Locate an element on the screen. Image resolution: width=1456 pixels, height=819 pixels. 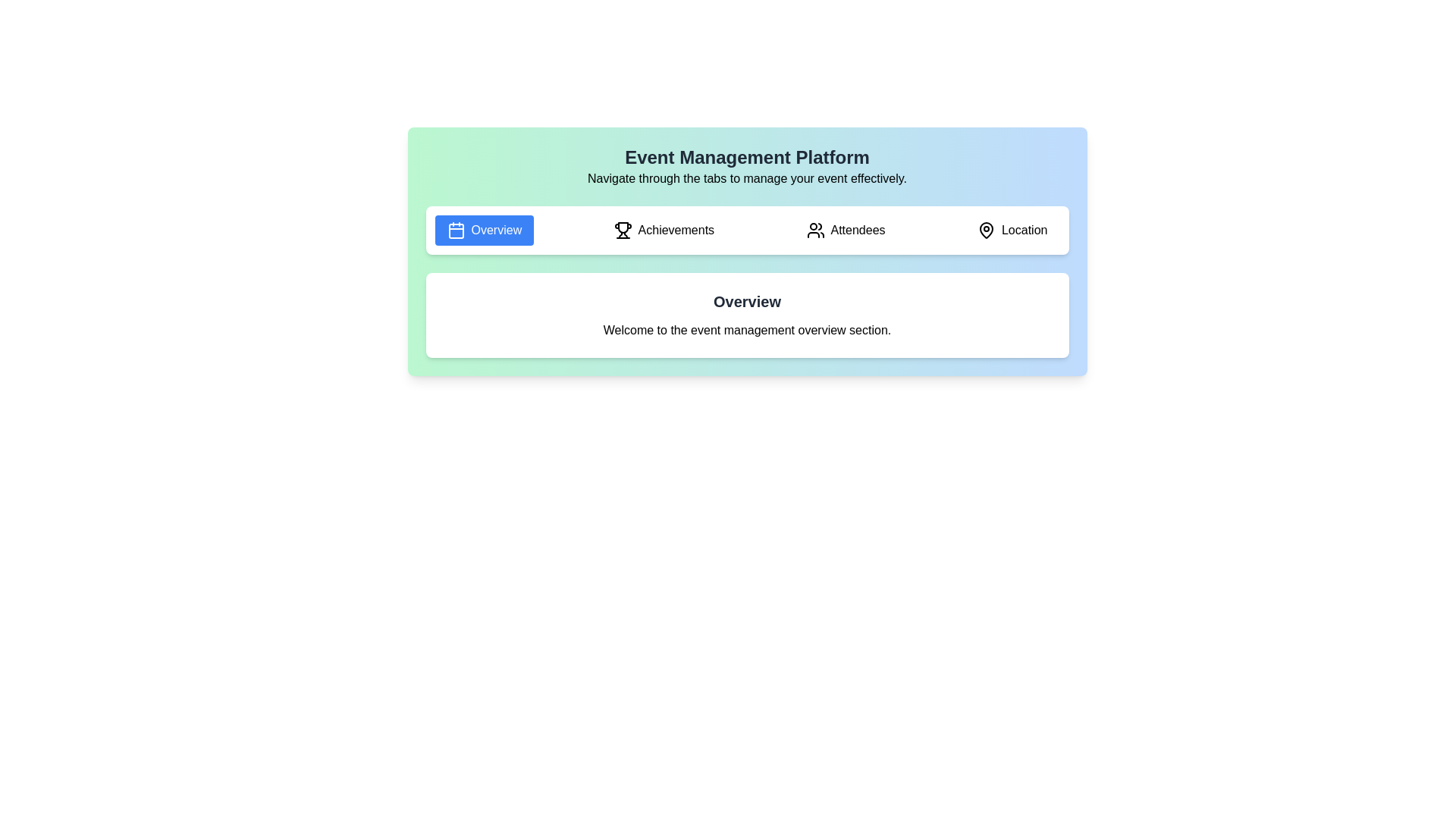
the navigation button located in the top navigation bar, which is the fourth item after 'Overview', 'Achievements', and 'Attendees' is located at coordinates (1012, 231).